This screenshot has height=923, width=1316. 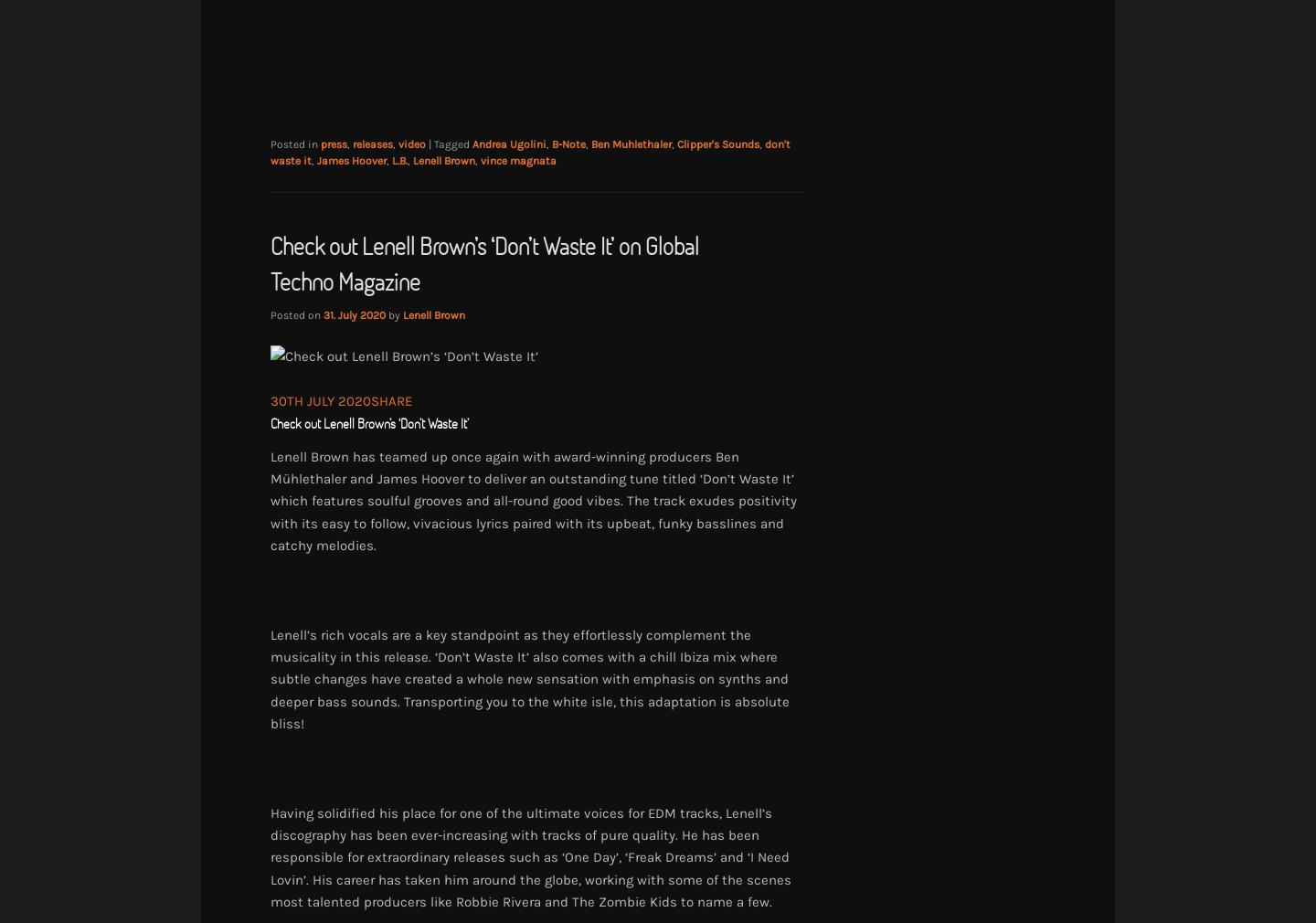 What do you see at coordinates (531, 856) in the screenshot?
I see `'Having solidified his place for one of the ultimate voices for EDM tracks, Lenell’s discography has been ever-increasing with tracks of pure quality. He has been responsible for extraordinary releases such as ‘One Day’, ‘Freak Dreams’ and ‘I Need Lovin’. His career has taken him around the globe, working with some of the scenes most talented producers like Robbie Rivera and The Zombie Kids to name a few.'` at bounding box center [531, 856].